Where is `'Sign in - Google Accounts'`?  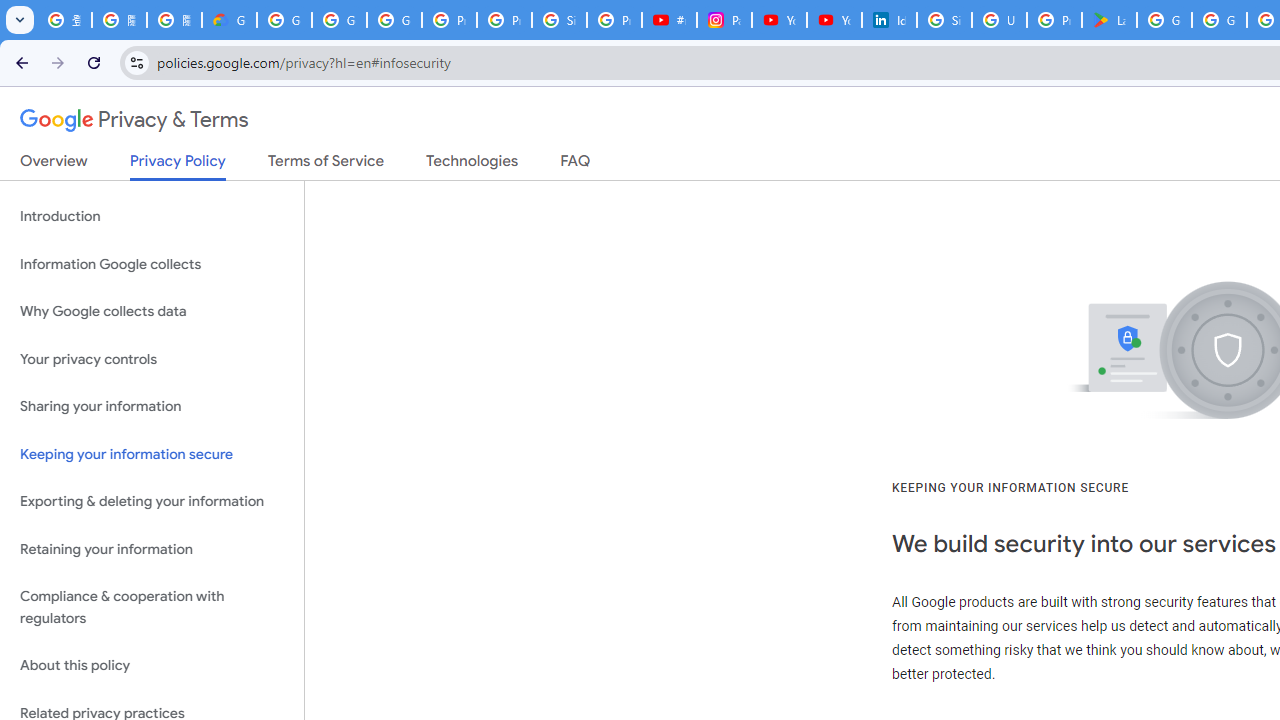 'Sign in - Google Accounts' is located at coordinates (943, 20).